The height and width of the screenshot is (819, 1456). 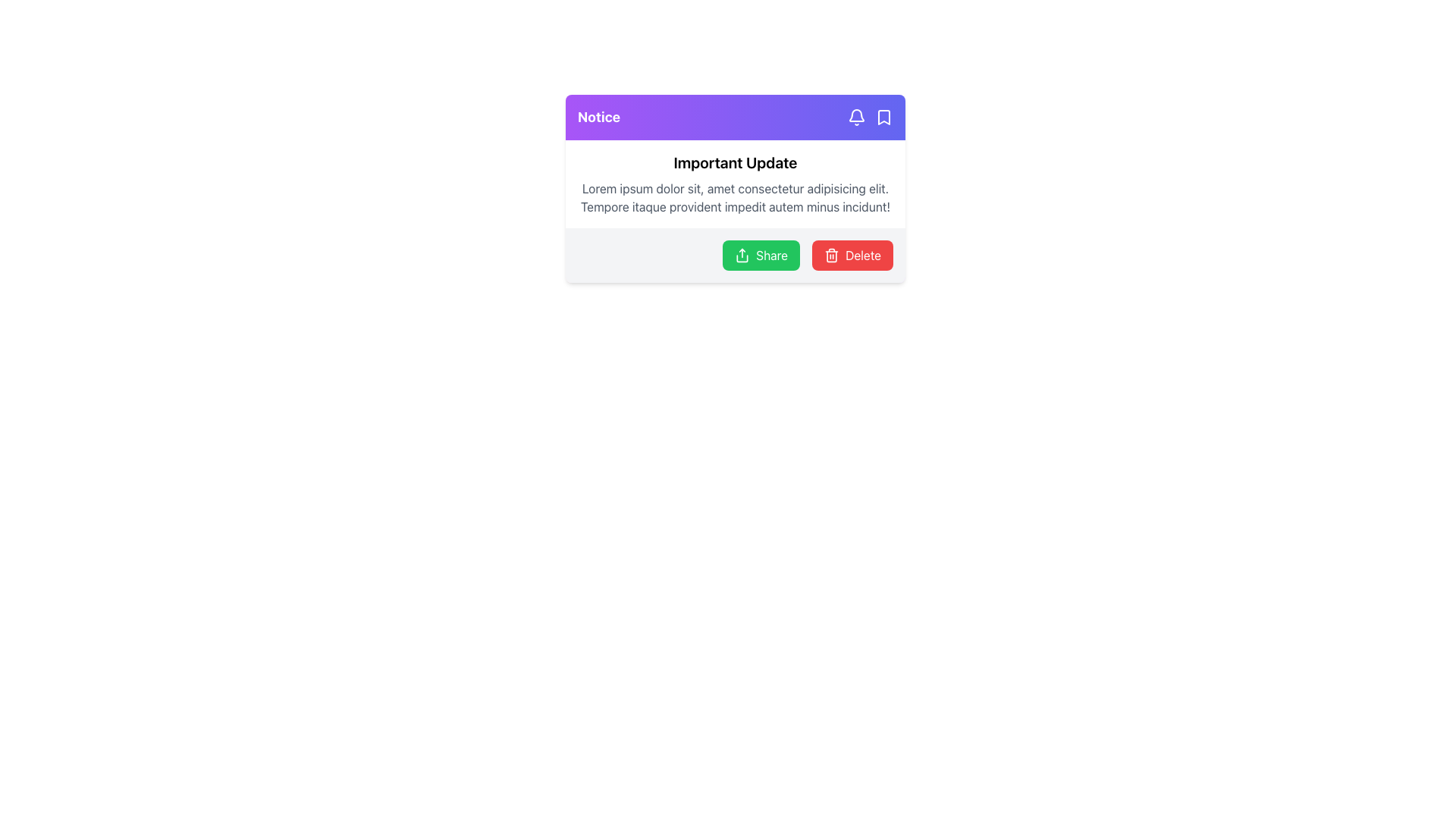 I want to click on header text that serves as a title and is positioned above the paragraph text and below the purple title bar labeled 'Notice', so click(x=735, y=163).